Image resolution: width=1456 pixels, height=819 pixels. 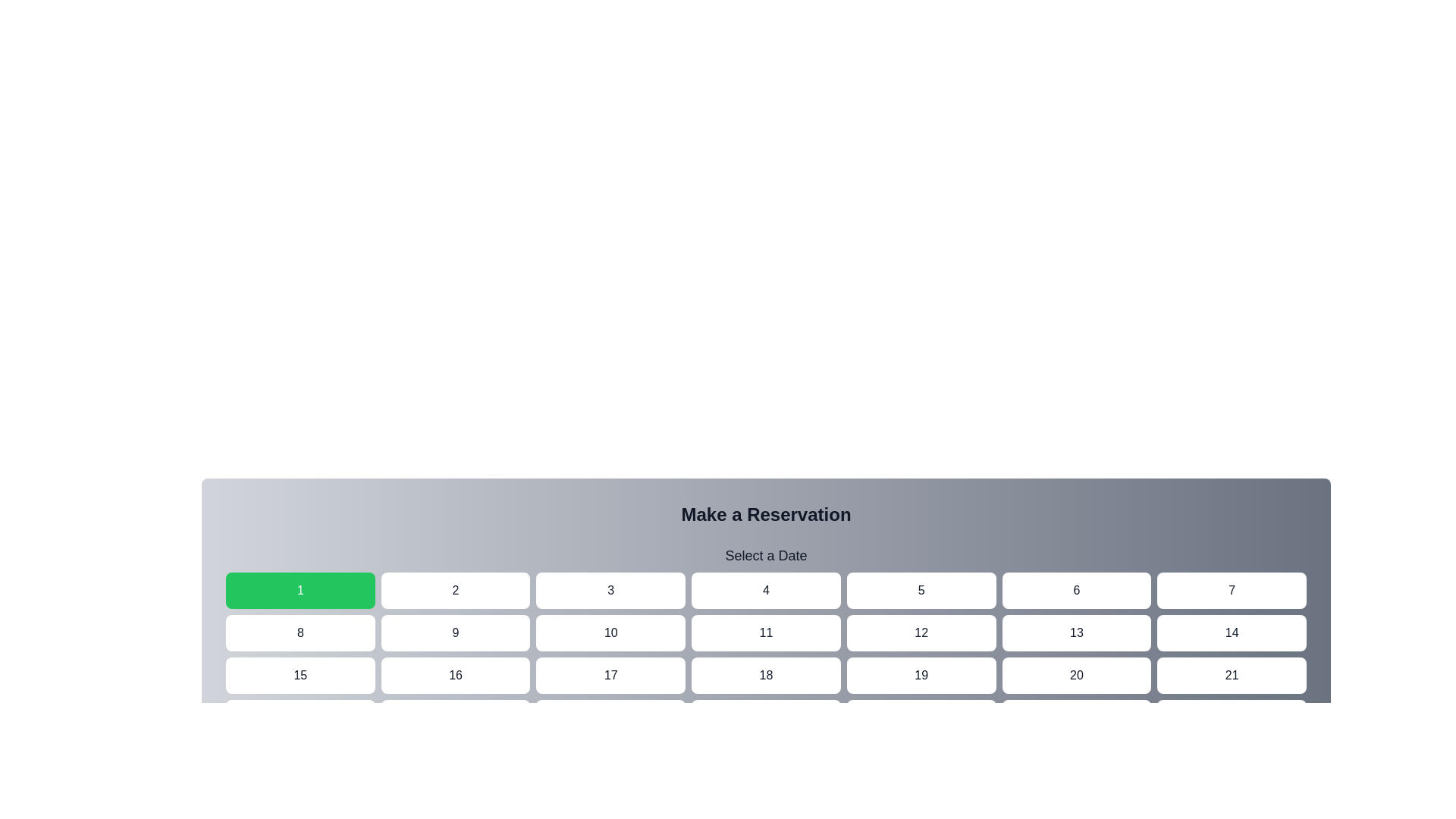 What do you see at coordinates (1075, 675) in the screenshot?
I see `the button representing a date in the date picker interface located in the third row and sixth column of the grid layout` at bounding box center [1075, 675].